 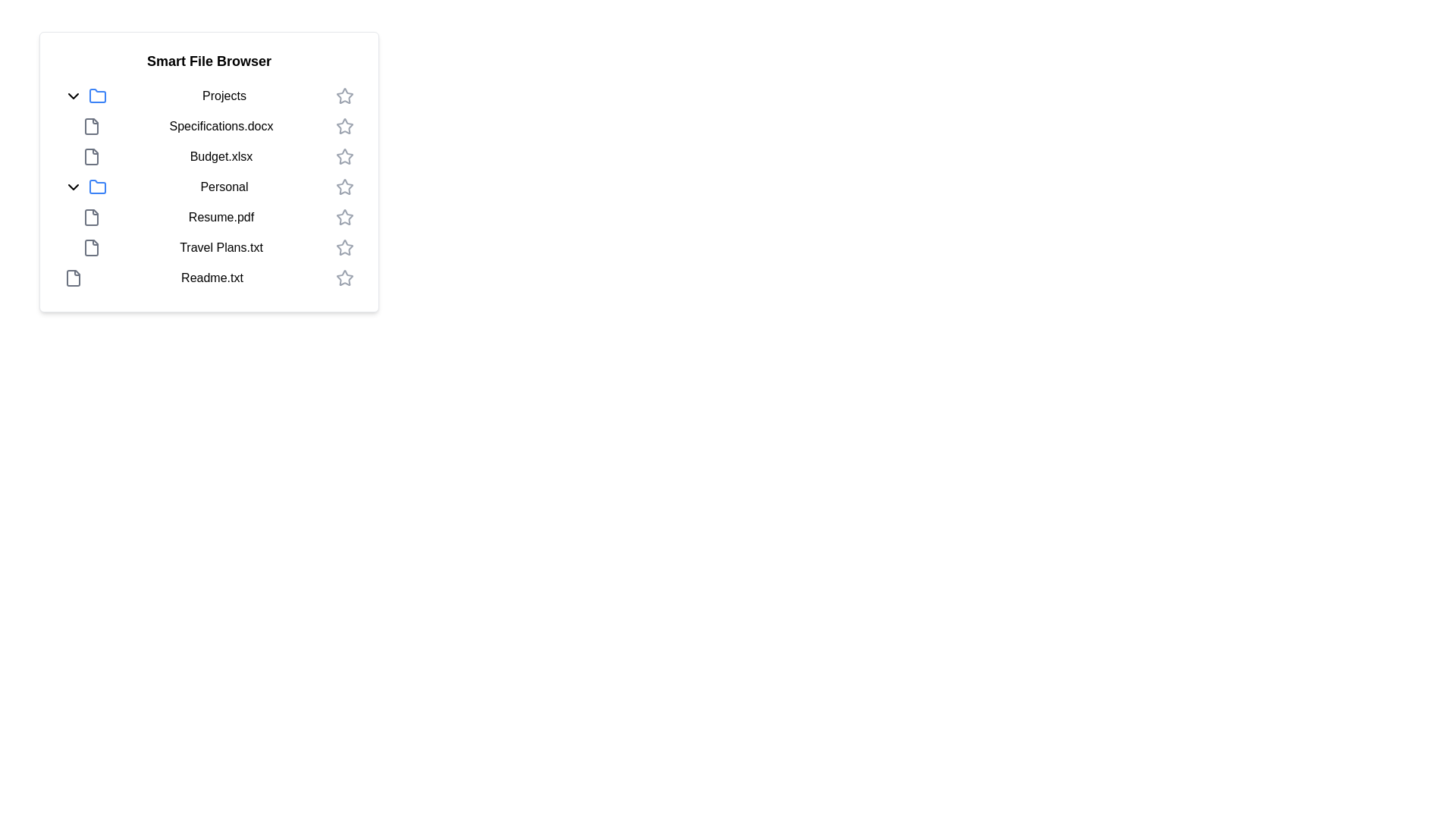 I want to click on the star-shaped icon (favorite marker) next to the 'Readme.txt' label, so click(x=344, y=278).